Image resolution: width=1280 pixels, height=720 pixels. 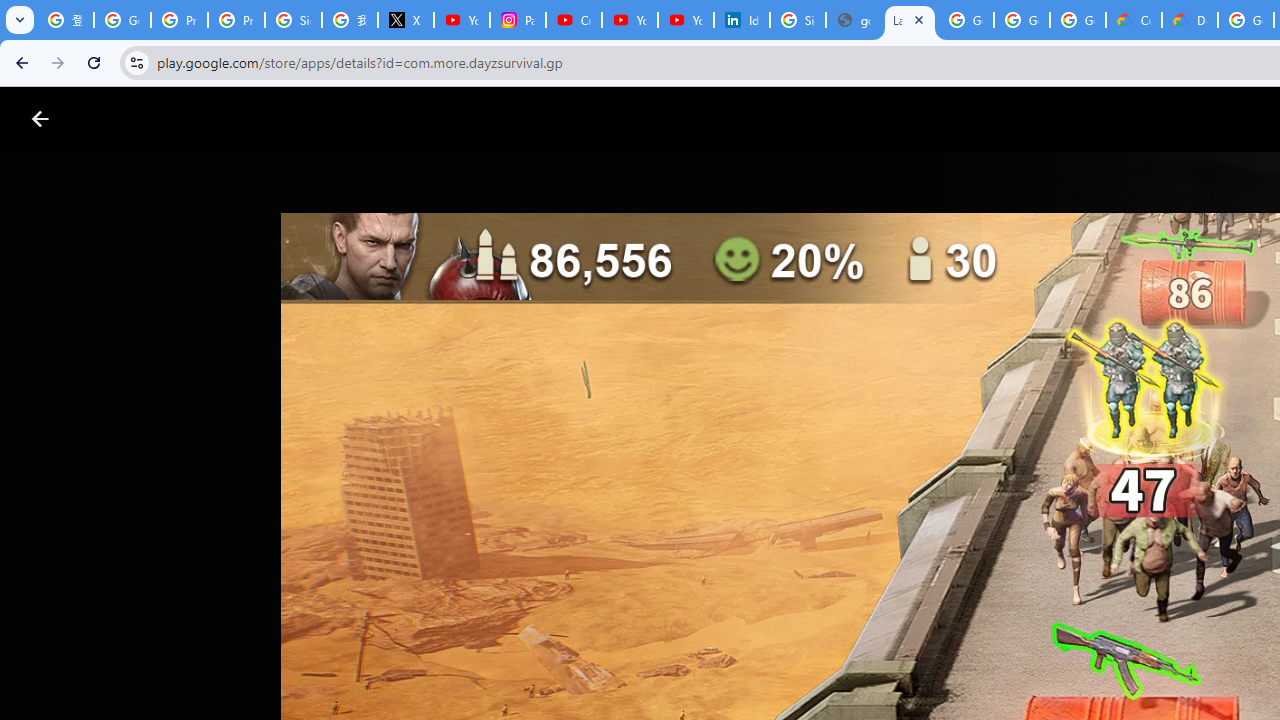 I want to click on 'Privacy Help Center - Policies Help', so click(x=179, y=20).